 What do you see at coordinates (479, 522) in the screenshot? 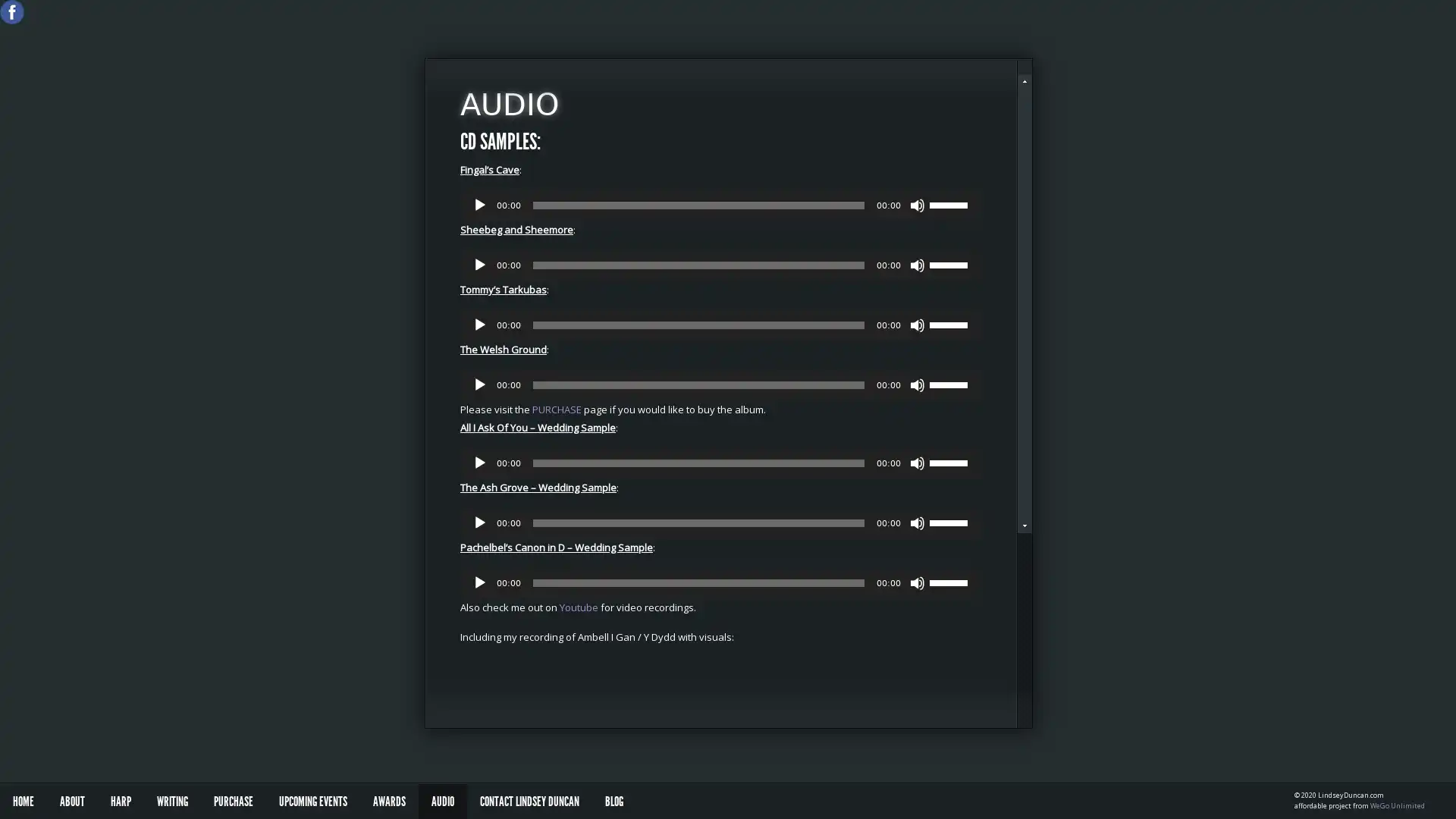
I see `Play` at bounding box center [479, 522].